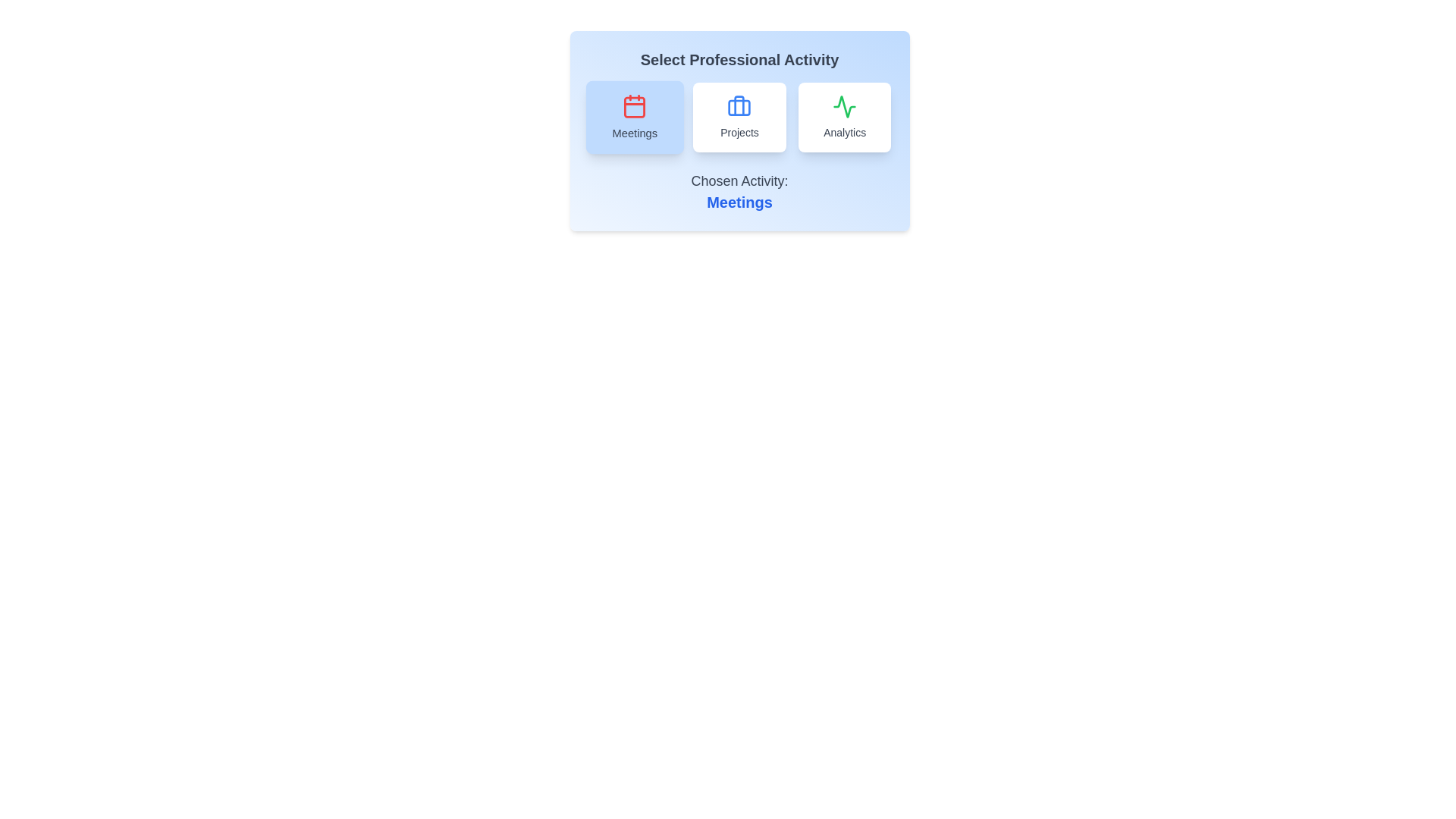 This screenshot has height=819, width=1456. Describe the element at coordinates (739, 116) in the screenshot. I see `the button corresponding to the activity Projects to select it` at that location.